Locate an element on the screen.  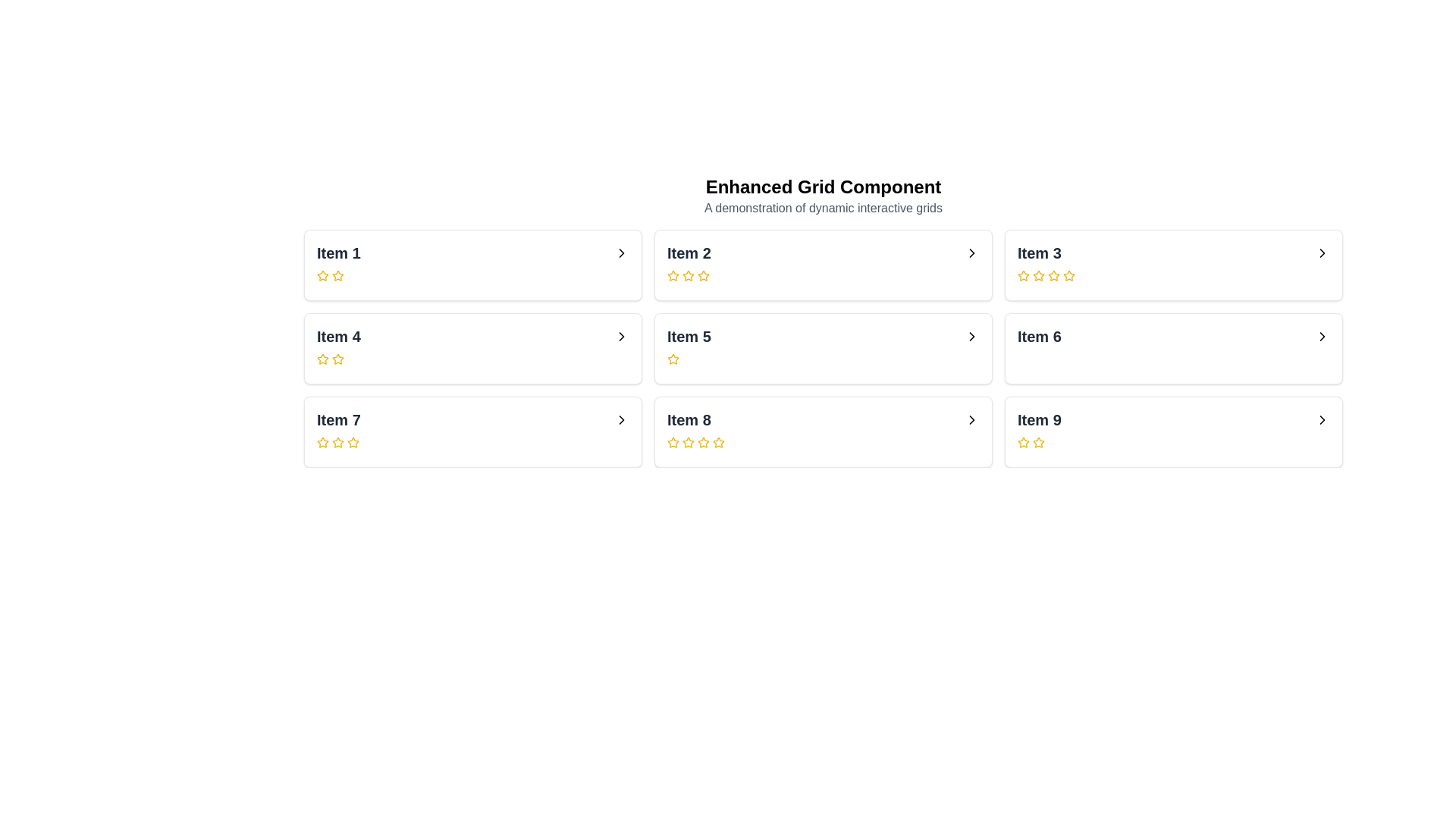
the star-shaped icon filled with yellow color is located at coordinates (322, 359).